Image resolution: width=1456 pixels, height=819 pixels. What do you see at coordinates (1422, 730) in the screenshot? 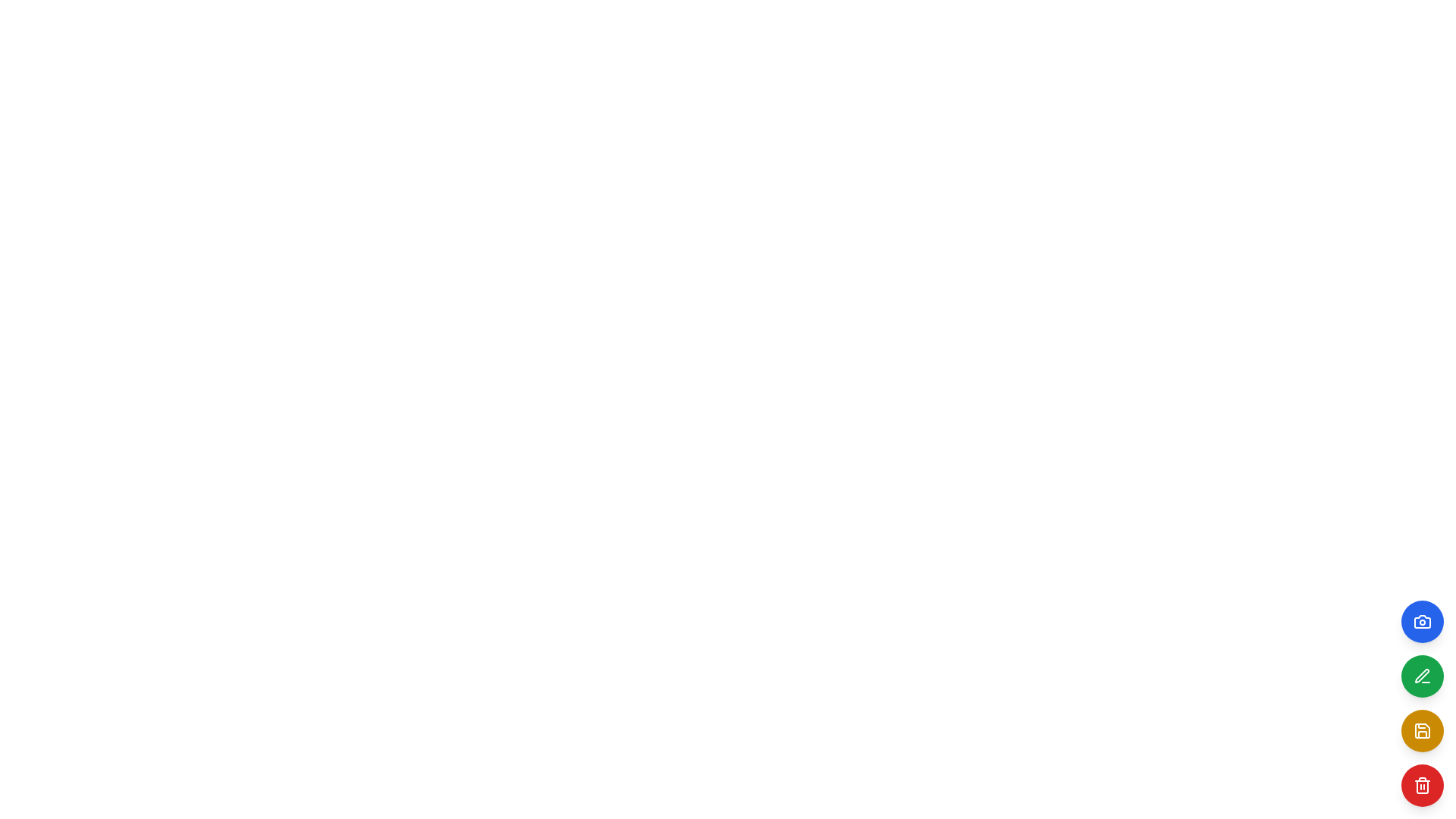
I see `the circular yellow button with a white save icon` at bounding box center [1422, 730].